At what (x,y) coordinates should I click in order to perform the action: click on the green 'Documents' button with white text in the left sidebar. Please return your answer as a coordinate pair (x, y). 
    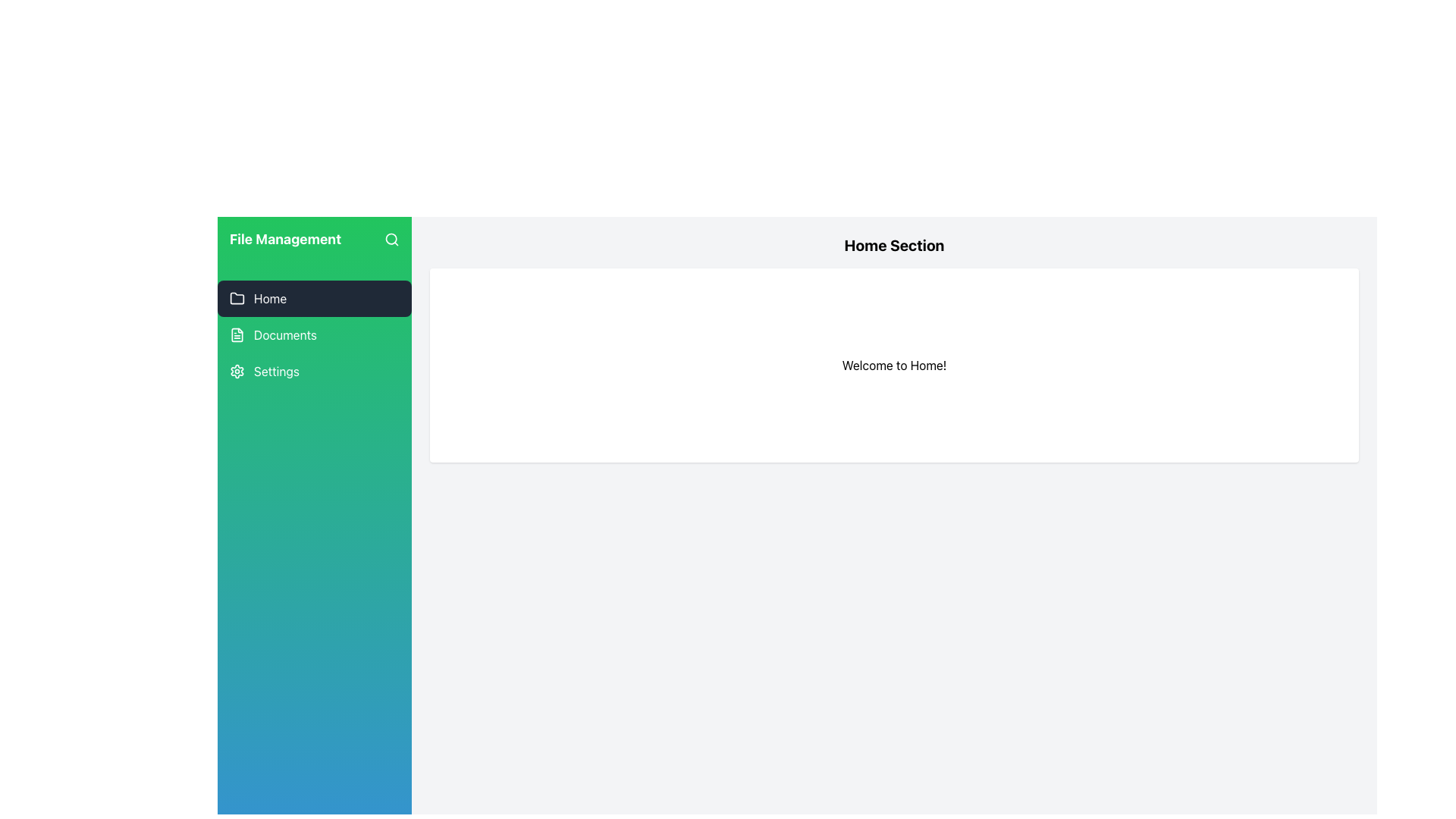
    Looking at the image, I should click on (313, 334).